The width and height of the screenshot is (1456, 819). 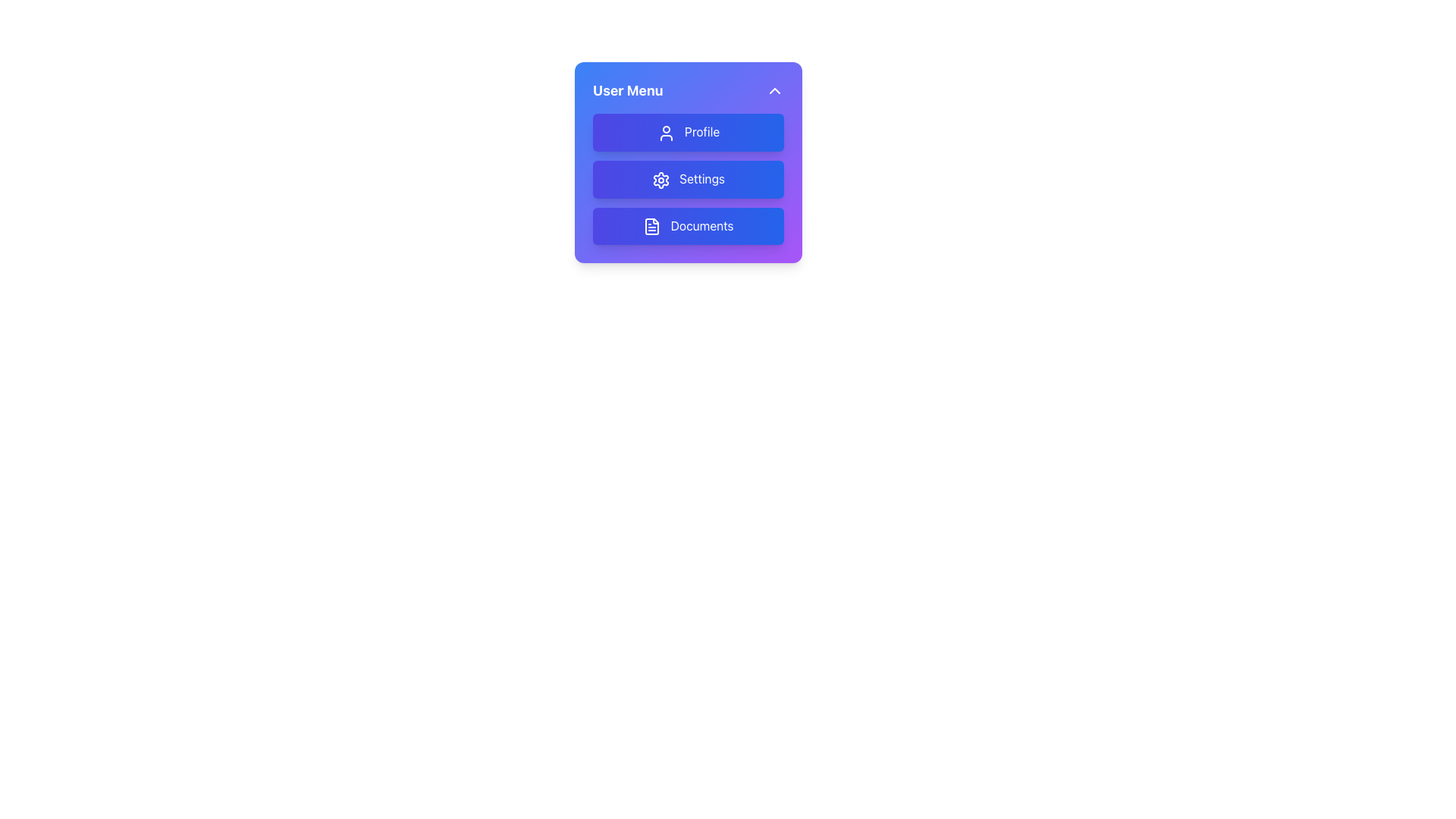 I want to click on the upwards-pointing chevron button with a white outline in the top-right corner of the 'User Menu' dropdown, so click(x=775, y=90).